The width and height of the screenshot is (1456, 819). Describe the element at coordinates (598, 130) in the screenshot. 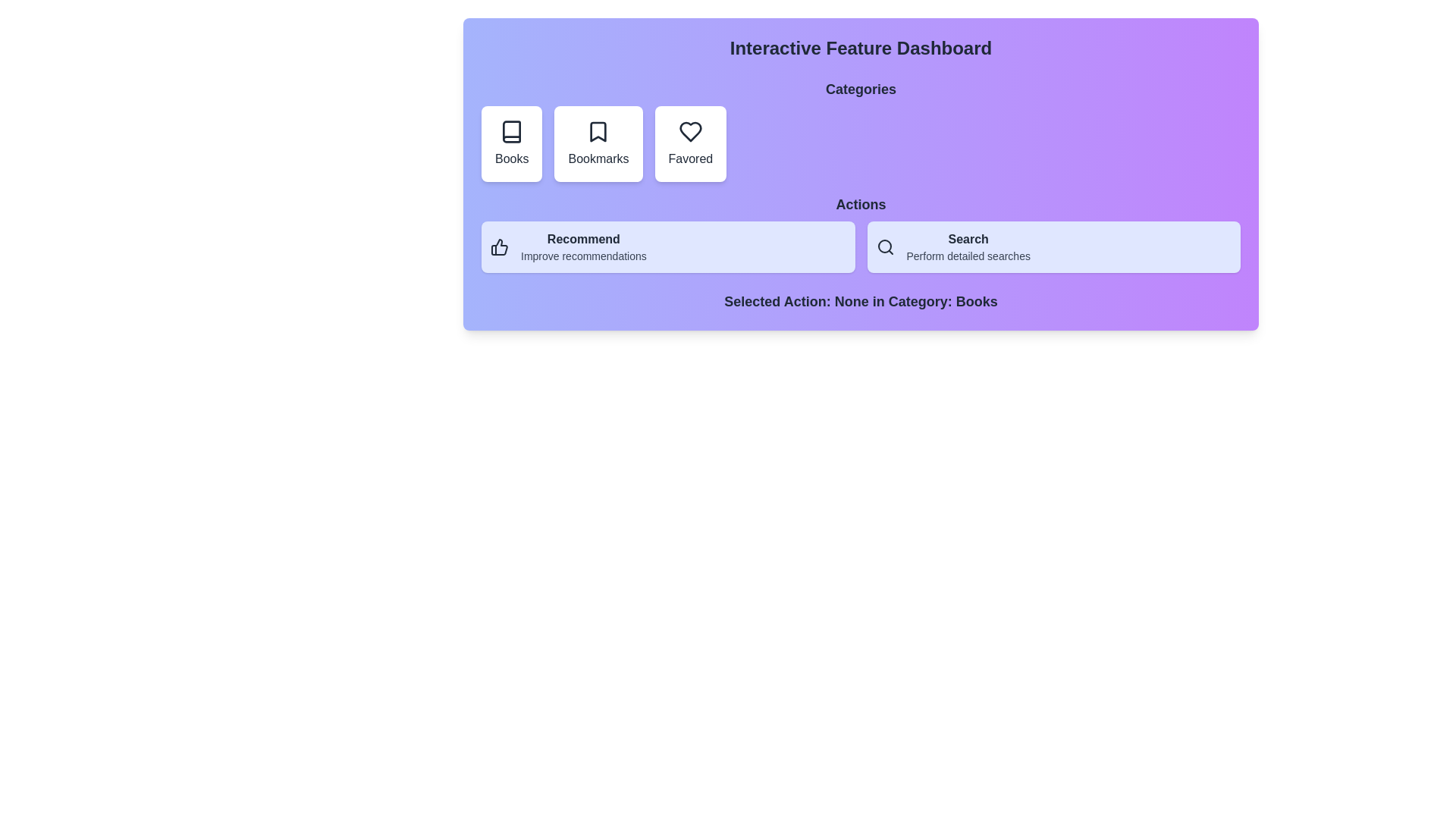

I see `the 'Bookmarks' icon located in the 'Categories' section` at that location.